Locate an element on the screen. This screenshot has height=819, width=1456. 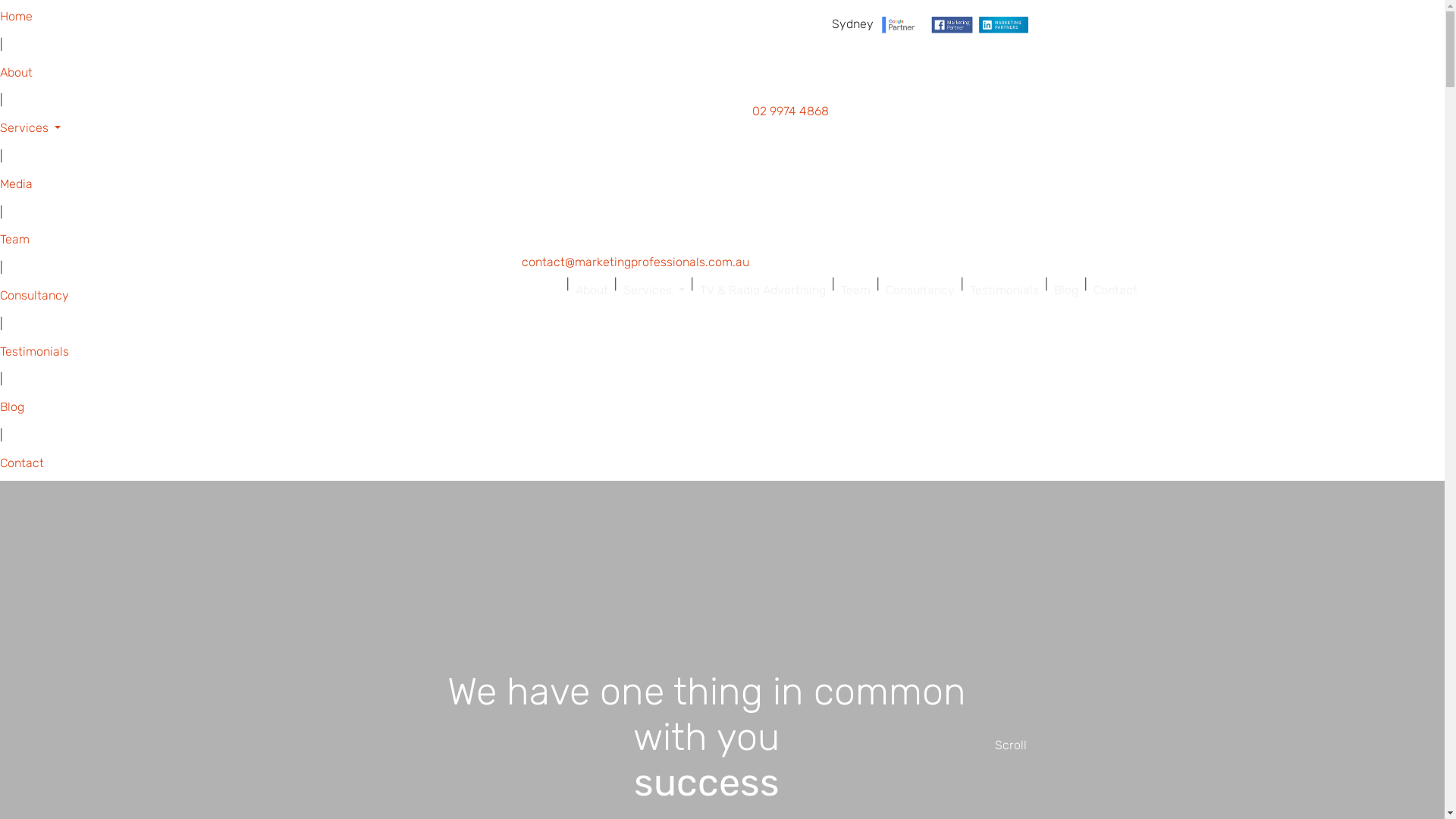
'TV & Radio Advertising' is located at coordinates (692, 290).